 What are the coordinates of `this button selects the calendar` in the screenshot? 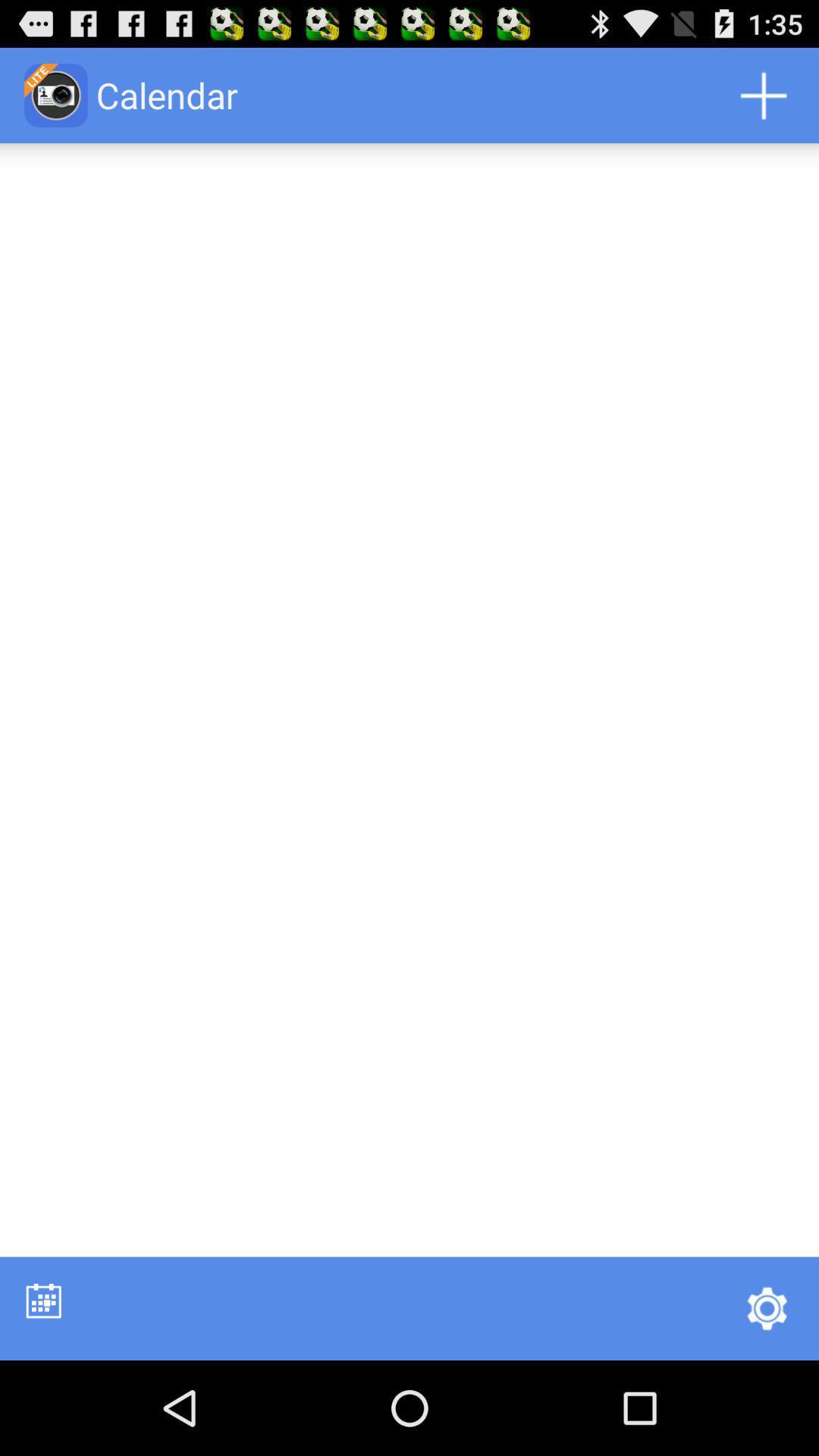 It's located at (42, 1300).